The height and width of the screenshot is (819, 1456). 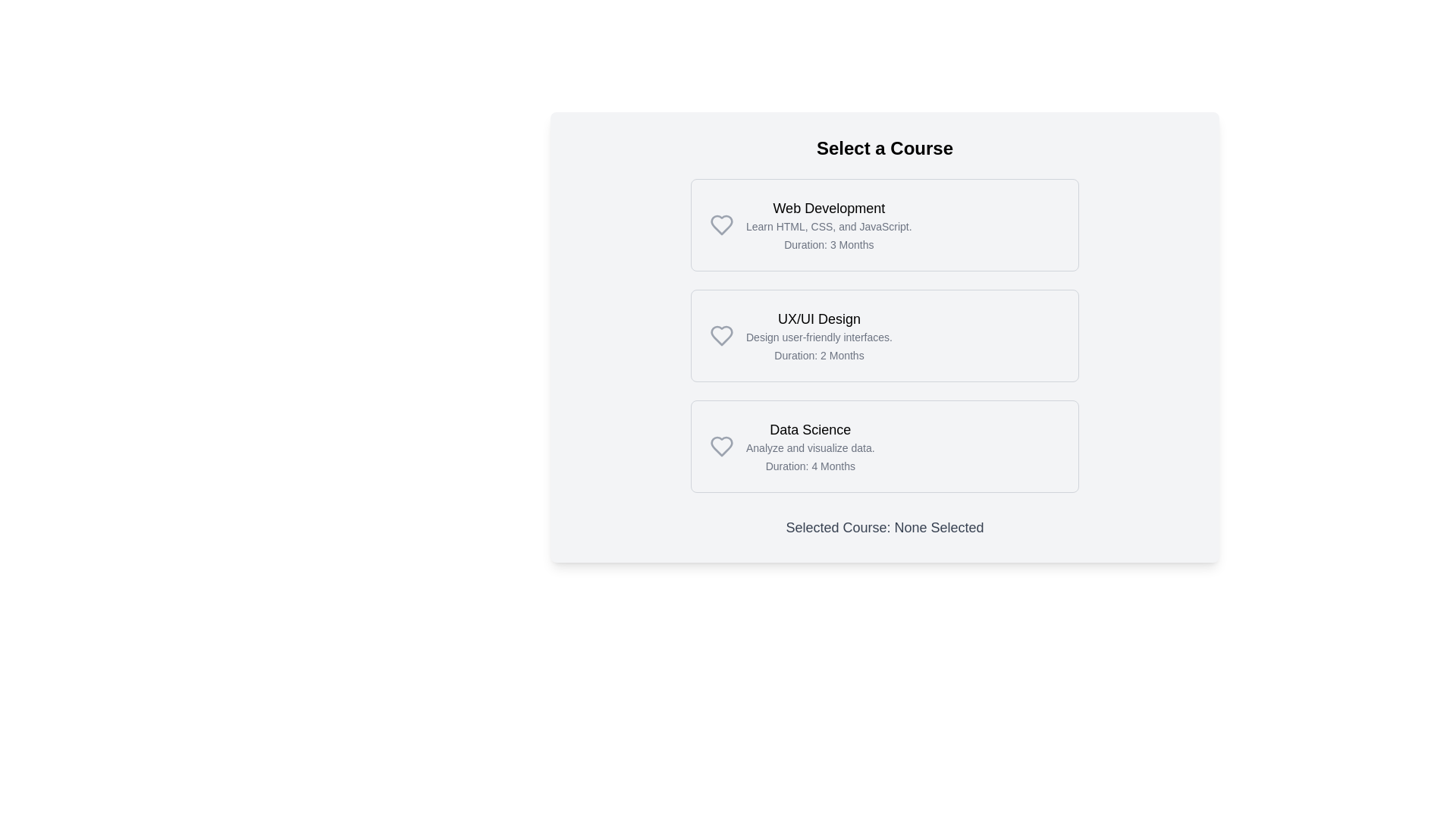 I want to click on text label that displays 'Analyze and visualize data.' which is positioned between 'Data Science' and 'Duration: 4 Months', so click(x=809, y=447).